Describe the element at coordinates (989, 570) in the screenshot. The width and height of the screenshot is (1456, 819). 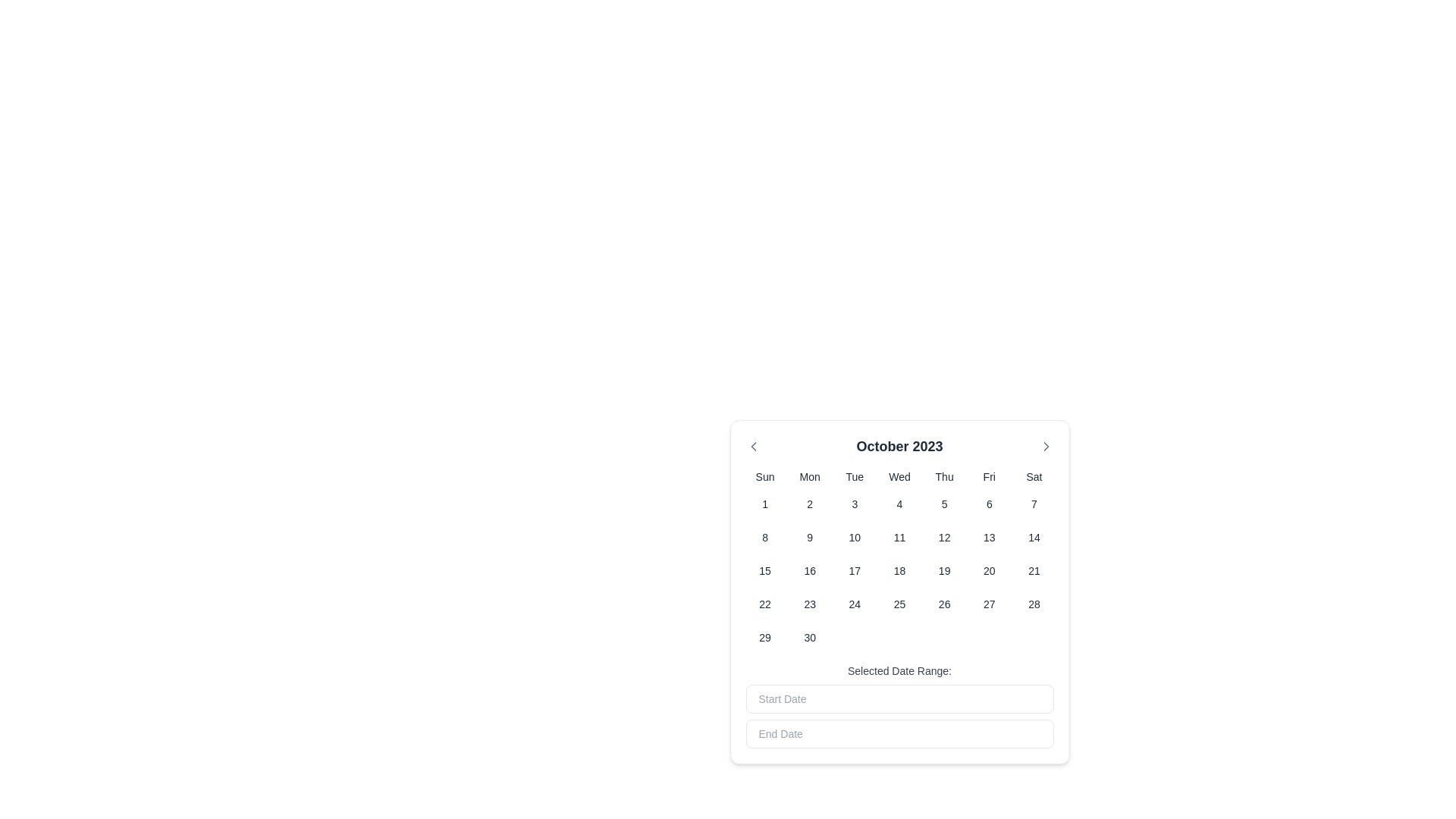
I see `the button in the calendar interface` at that location.